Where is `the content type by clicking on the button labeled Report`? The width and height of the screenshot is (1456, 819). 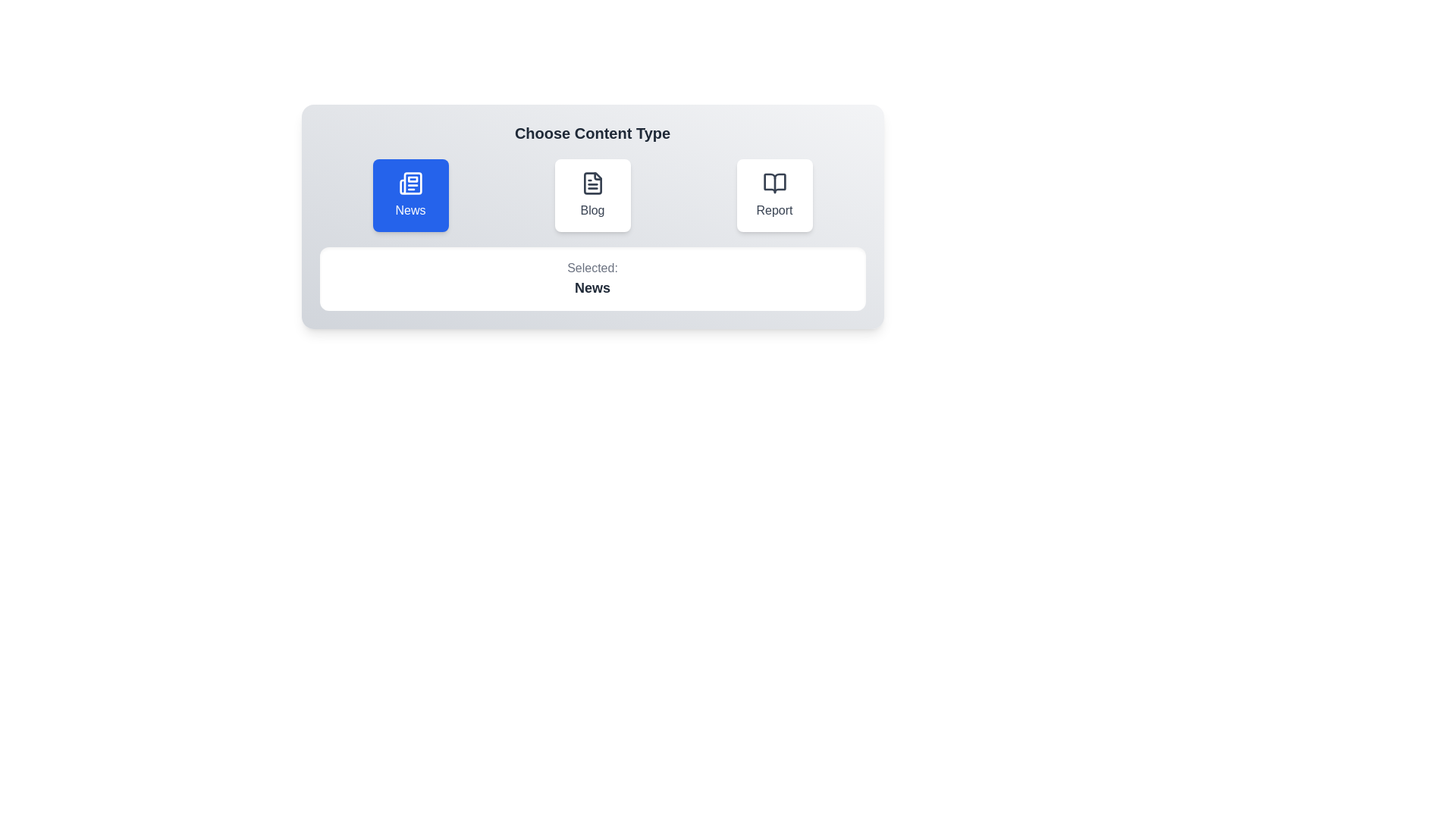 the content type by clicking on the button labeled Report is located at coordinates (774, 195).